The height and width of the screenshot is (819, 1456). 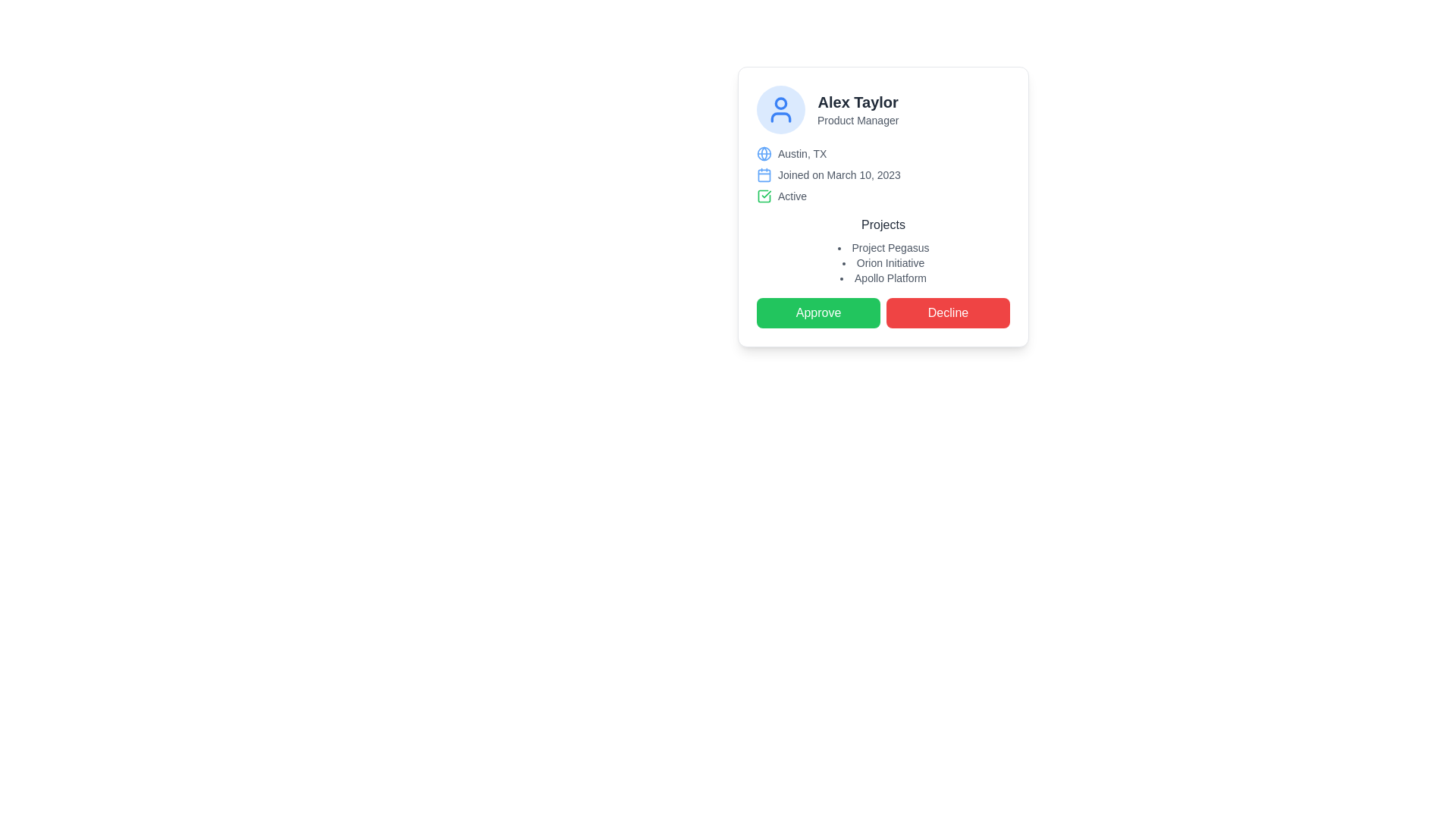 What do you see at coordinates (838, 174) in the screenshot?
I see `the text label displaying 'Joined on March 10, 2023', which is located next to a calendar icon in the right section of a centered card interface` at bounding box center [838, 174].